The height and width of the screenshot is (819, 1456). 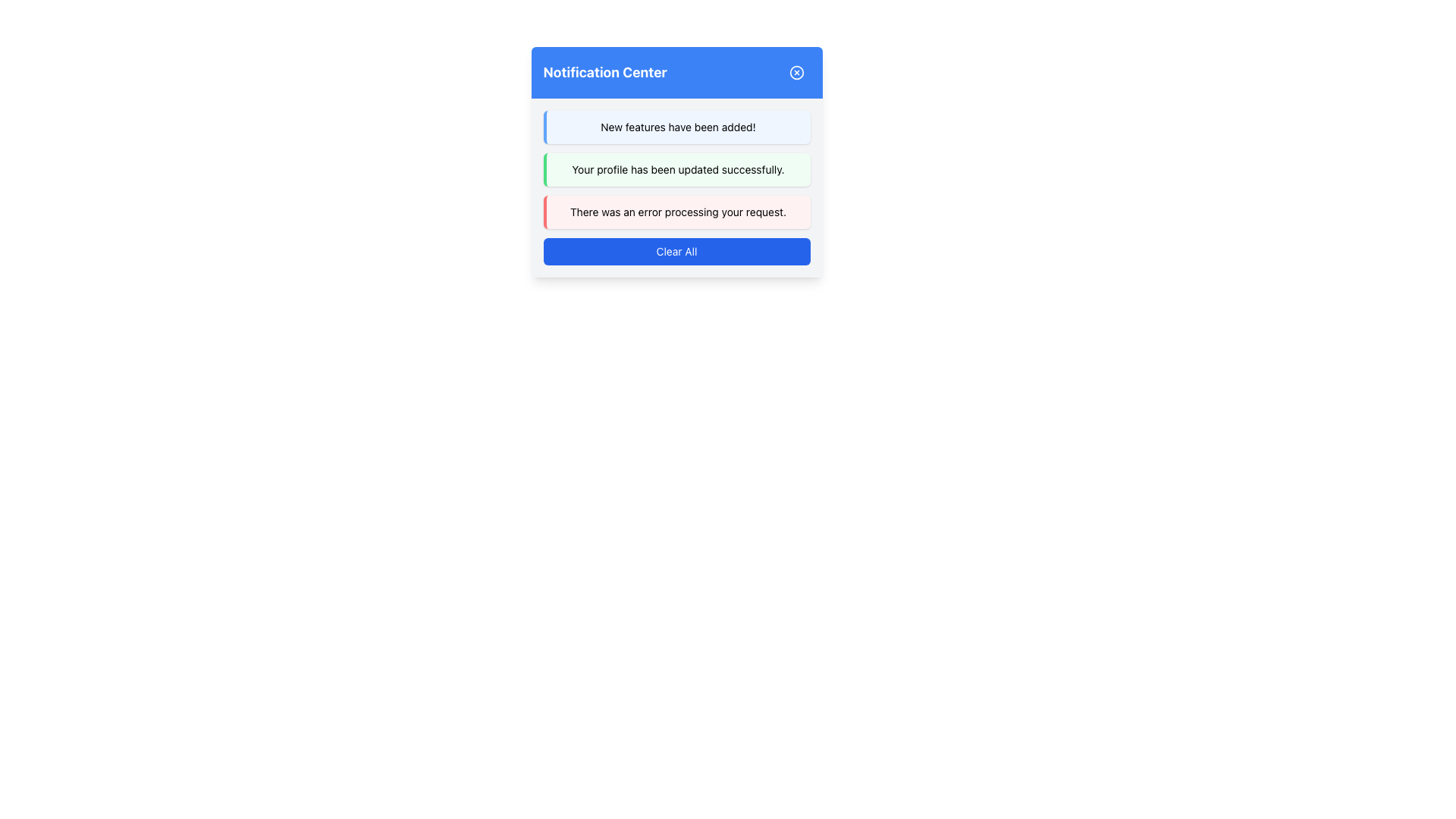 I want to click on the notification text label that informs users about an error in processing their request, located in the third row of the notification center interface, so click(x=677, y=212).